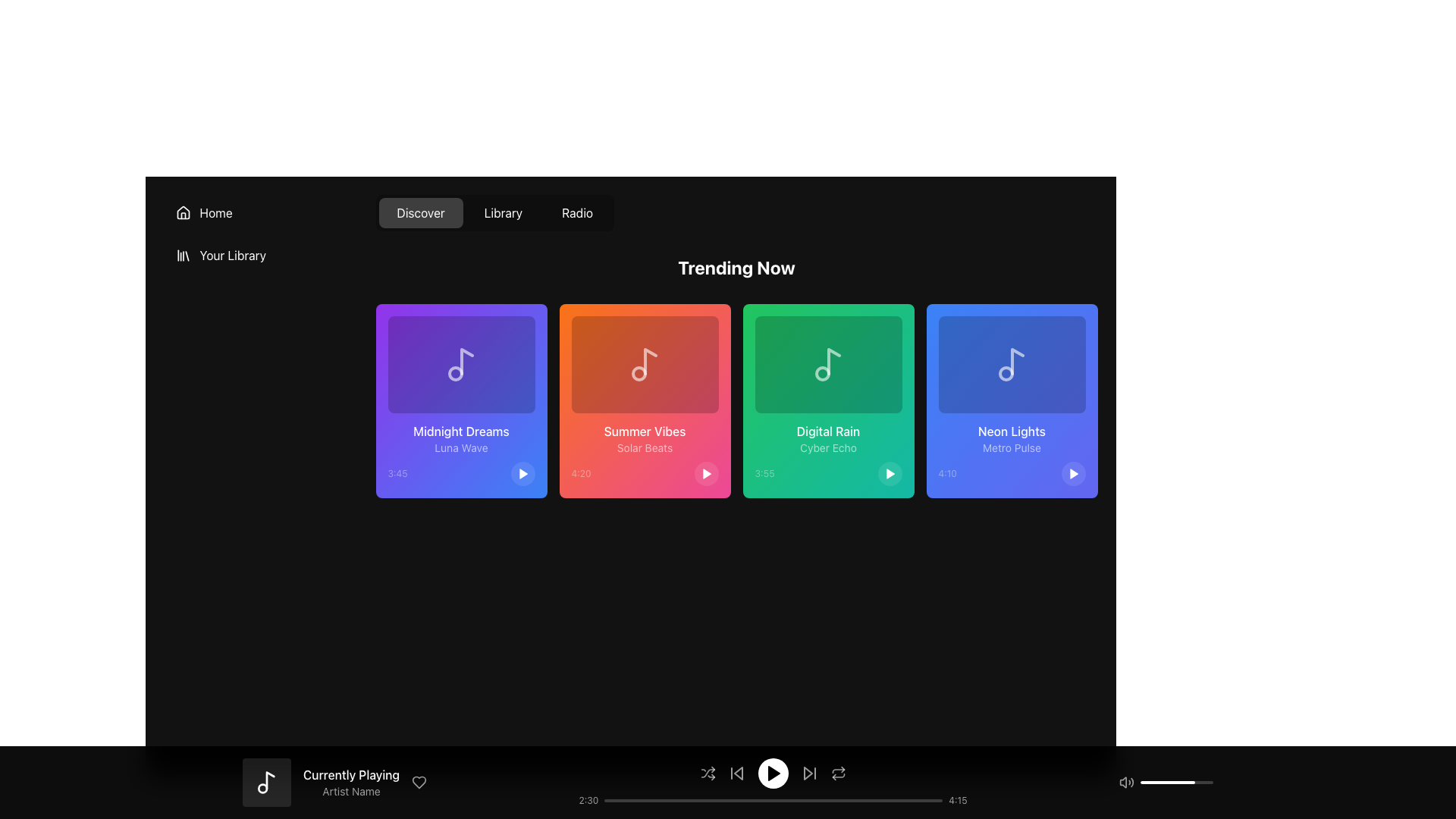 Image resolution: width=1456 pixels, height=819 pixels. What do you see at coordinates (1012, 431) in the screenshot?
I see `the text label displaying 'Neon Lights', which is styled with a white medium-weight font and positioned above 'Metro Pulse' in the fourth card of the 'Trending Now' section` at bounding box center [1012, 431].